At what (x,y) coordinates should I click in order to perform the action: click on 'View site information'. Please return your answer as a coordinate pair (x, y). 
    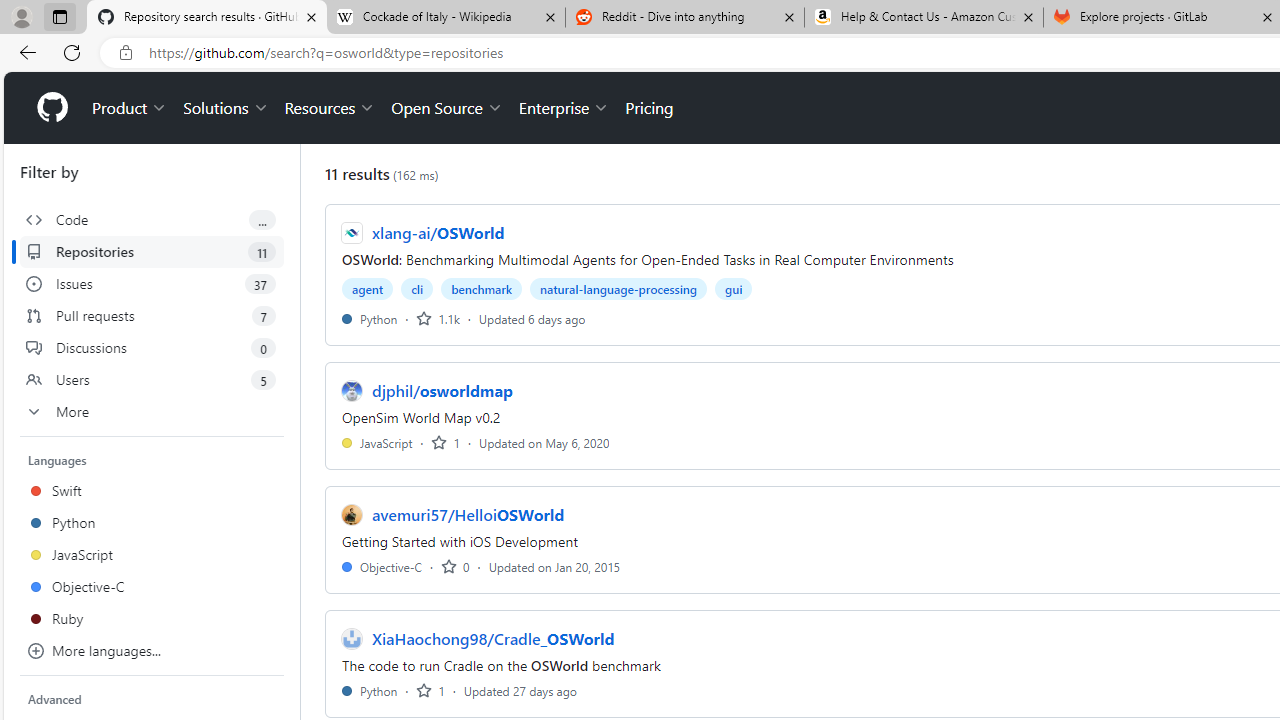
    Looking at the image, I should click on (125, 52).